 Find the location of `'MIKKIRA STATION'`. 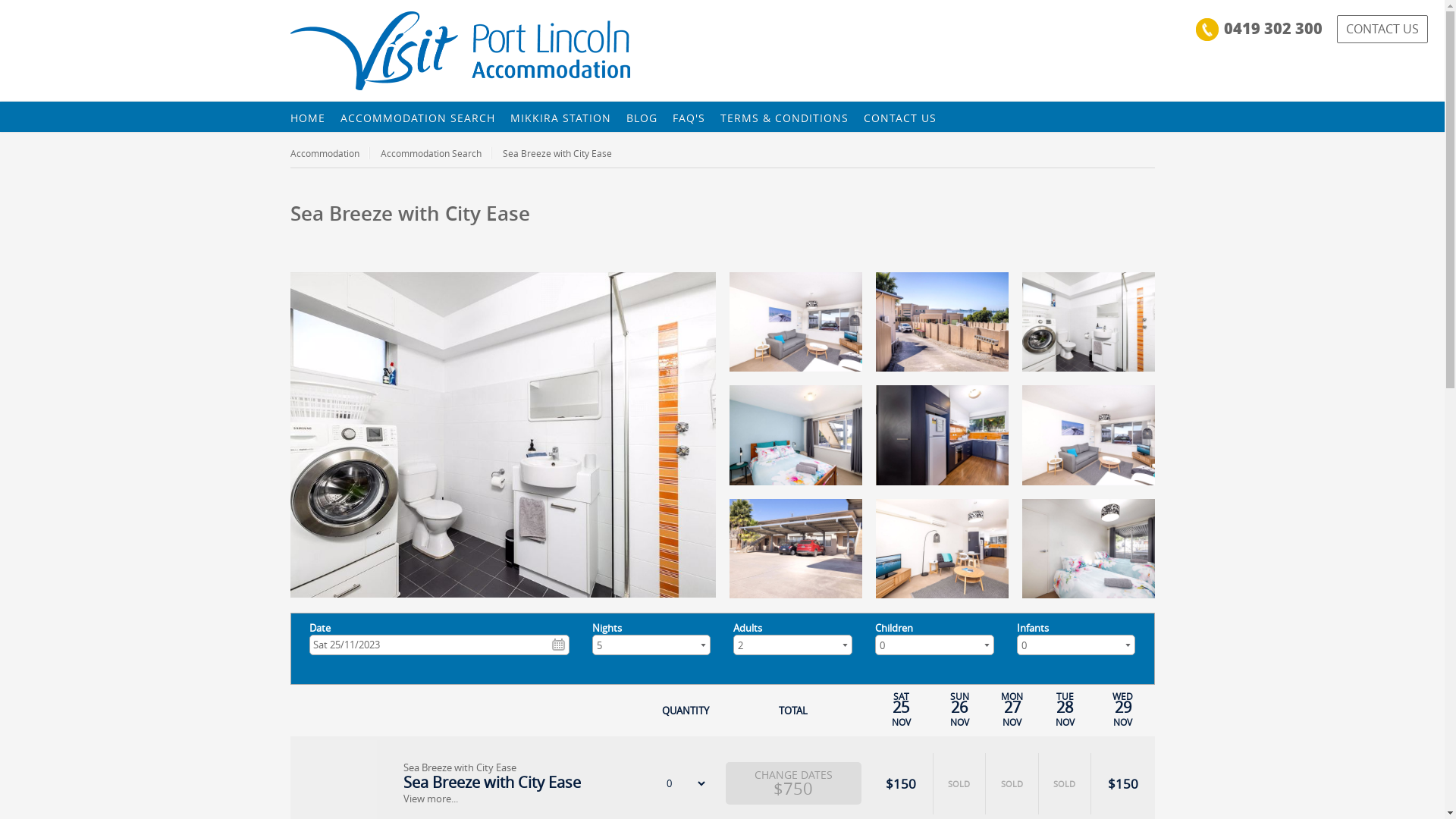

'MIKKIRA STATION' is located at coordinates (510, 117).